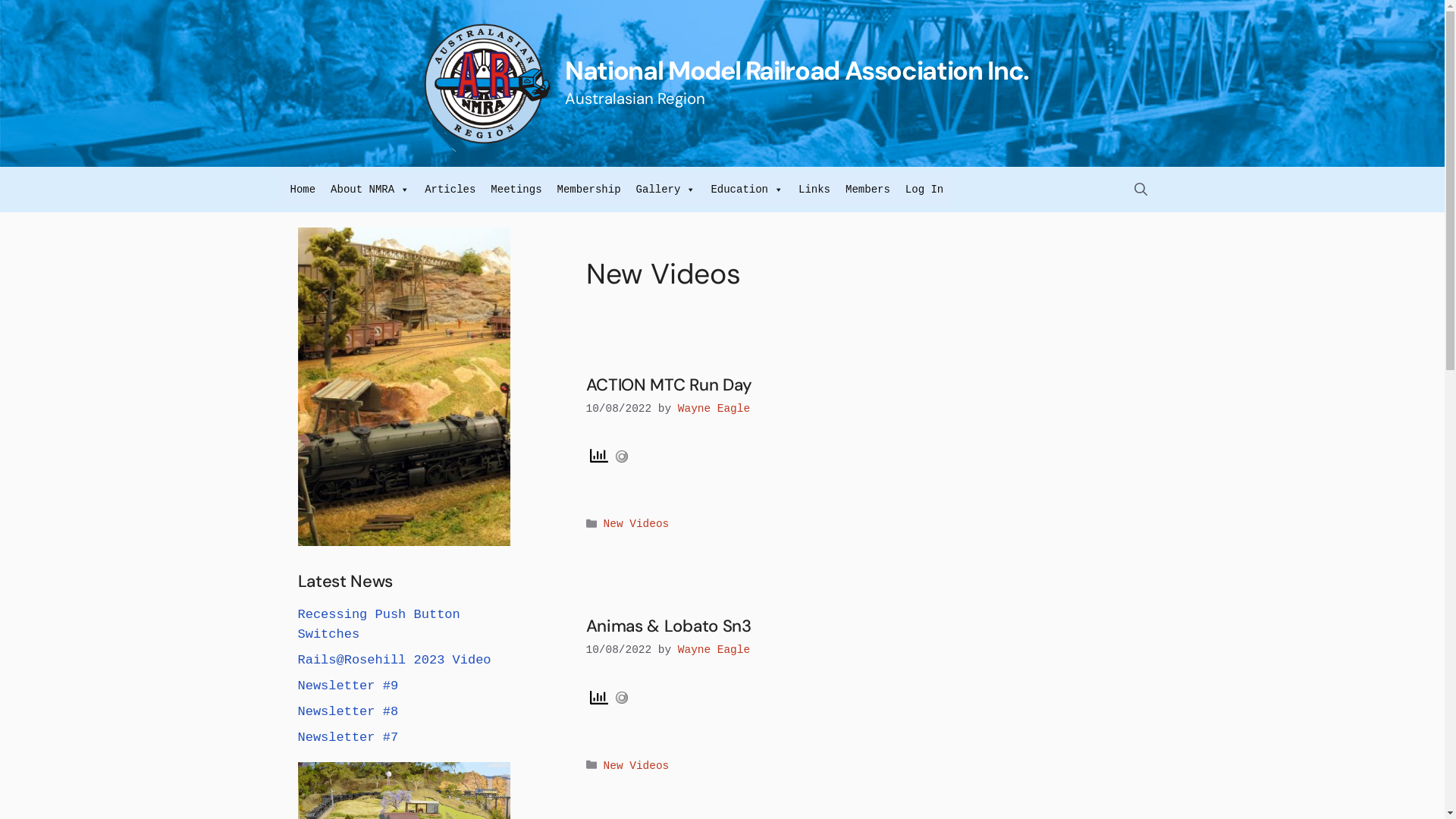  Describe the element at coordinates (588, 189) in the screenshot. I see `'Membership'` at that location.